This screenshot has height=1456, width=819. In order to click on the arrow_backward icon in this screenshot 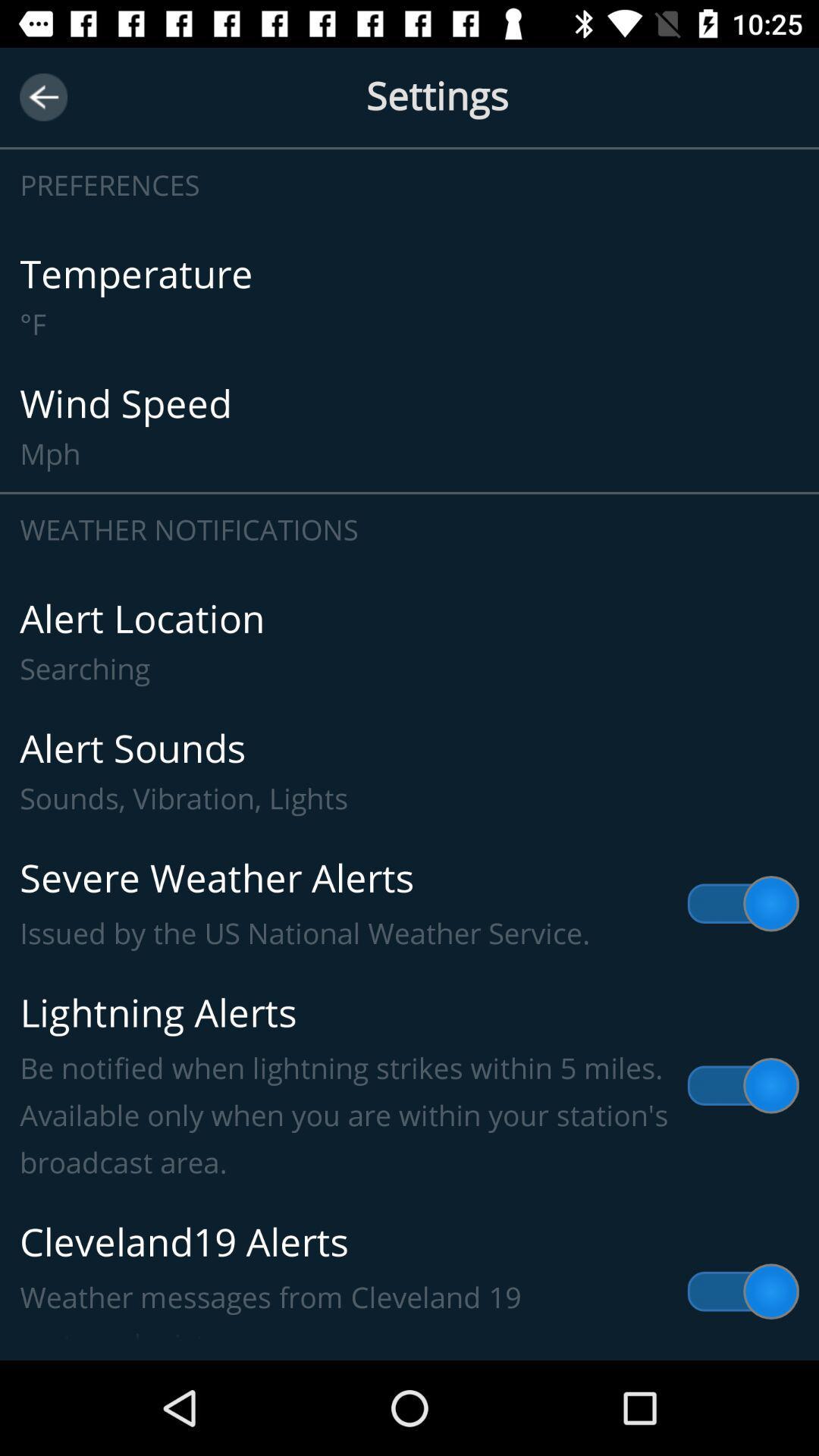, I will do `click(42, 96)`.